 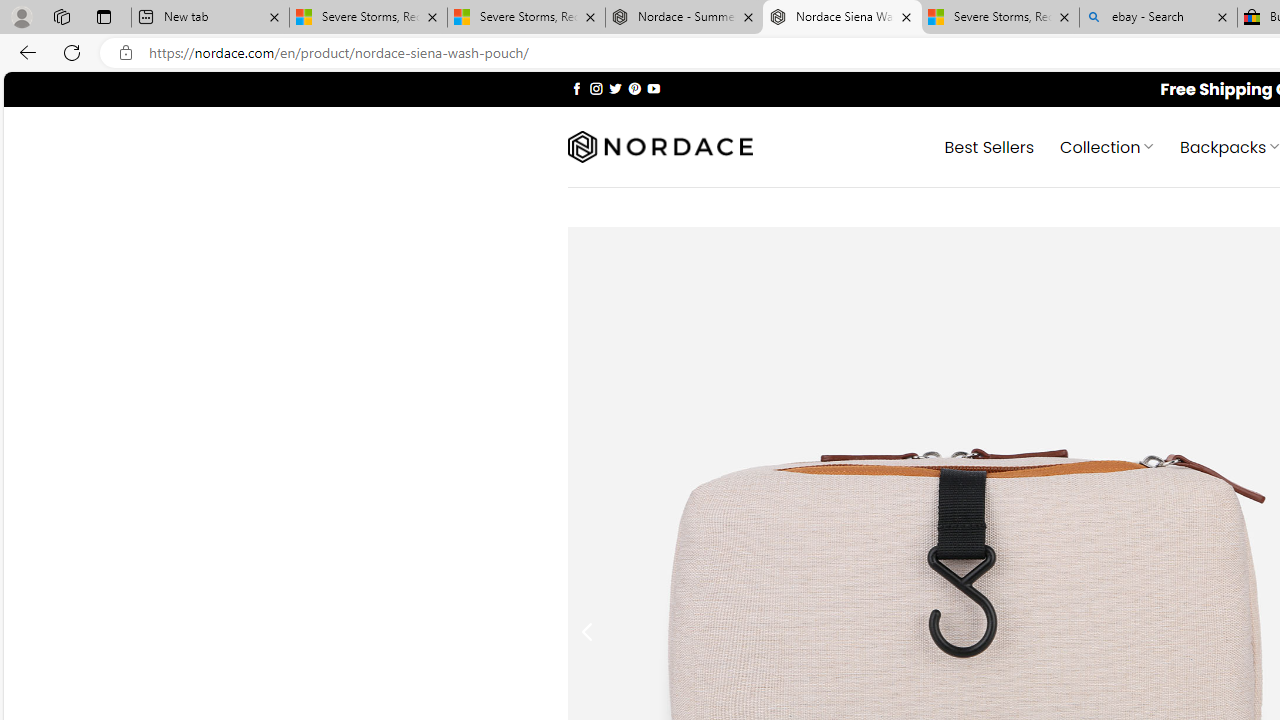 What do you see at coordinates (842, 17) in the screenshot?
I see `'Nordace Siena Wash Pouch'` at bounding box center [842, 17].